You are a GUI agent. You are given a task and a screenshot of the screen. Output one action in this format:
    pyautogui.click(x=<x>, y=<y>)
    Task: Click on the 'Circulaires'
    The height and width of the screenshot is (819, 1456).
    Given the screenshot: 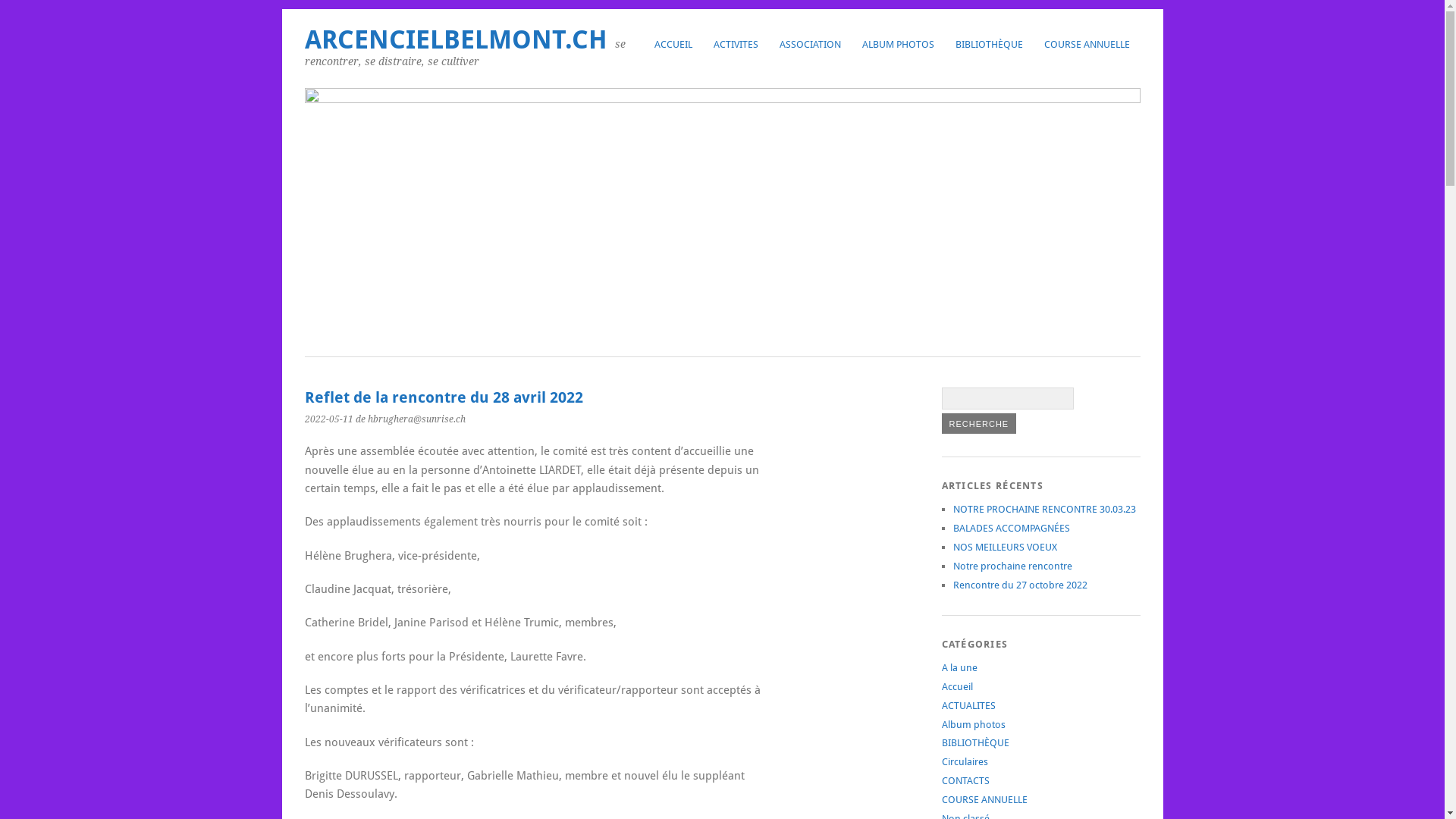 What is the action you would take?
    pyautogui.click(x=964, y=761)
    